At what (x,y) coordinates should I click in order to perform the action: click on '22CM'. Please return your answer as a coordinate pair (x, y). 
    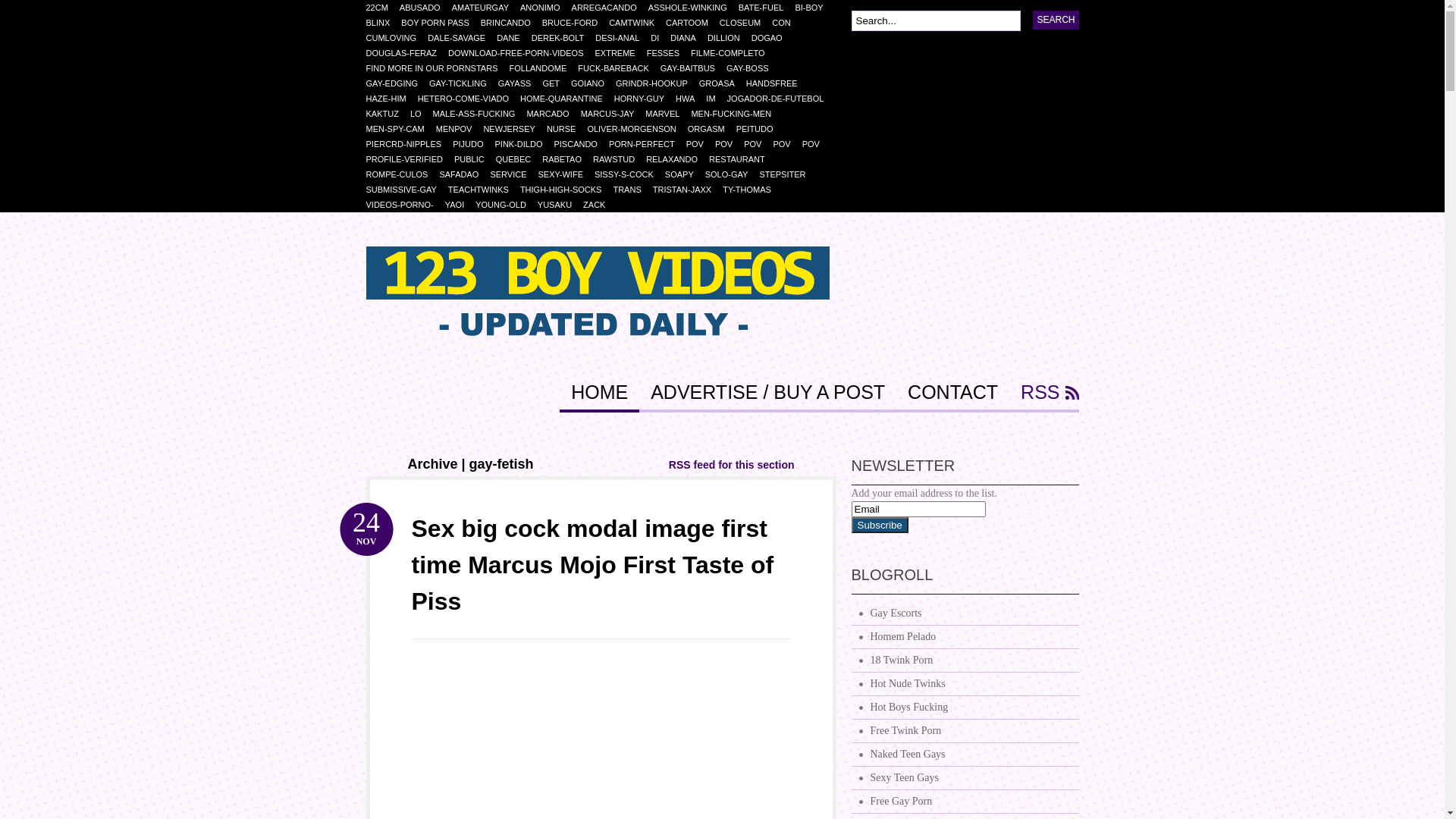
    Looking at the image, I should click on (382, 8).